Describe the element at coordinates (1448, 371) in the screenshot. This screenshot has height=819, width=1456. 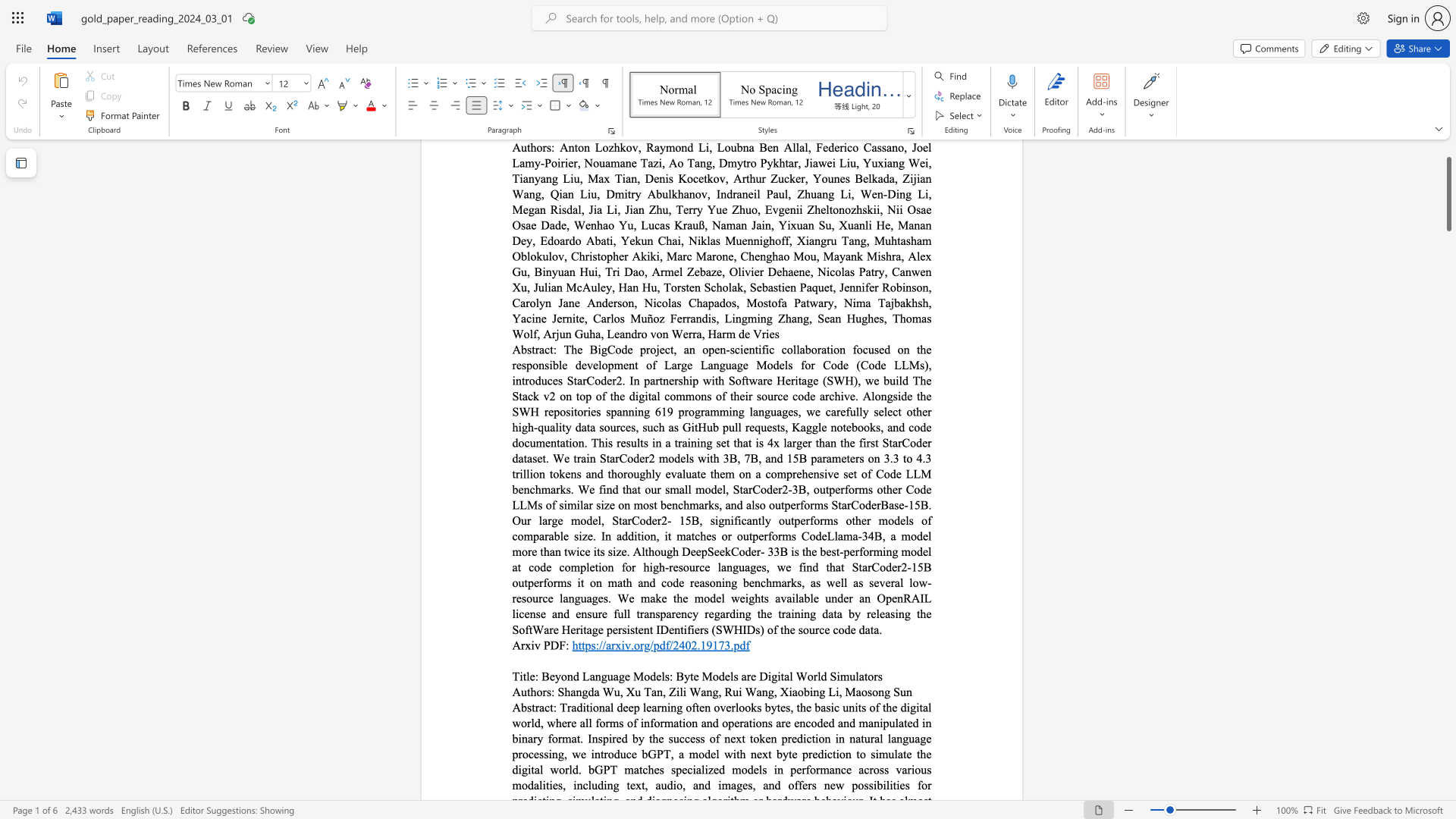
I see `the scrollbar to slide the page down` at that location.